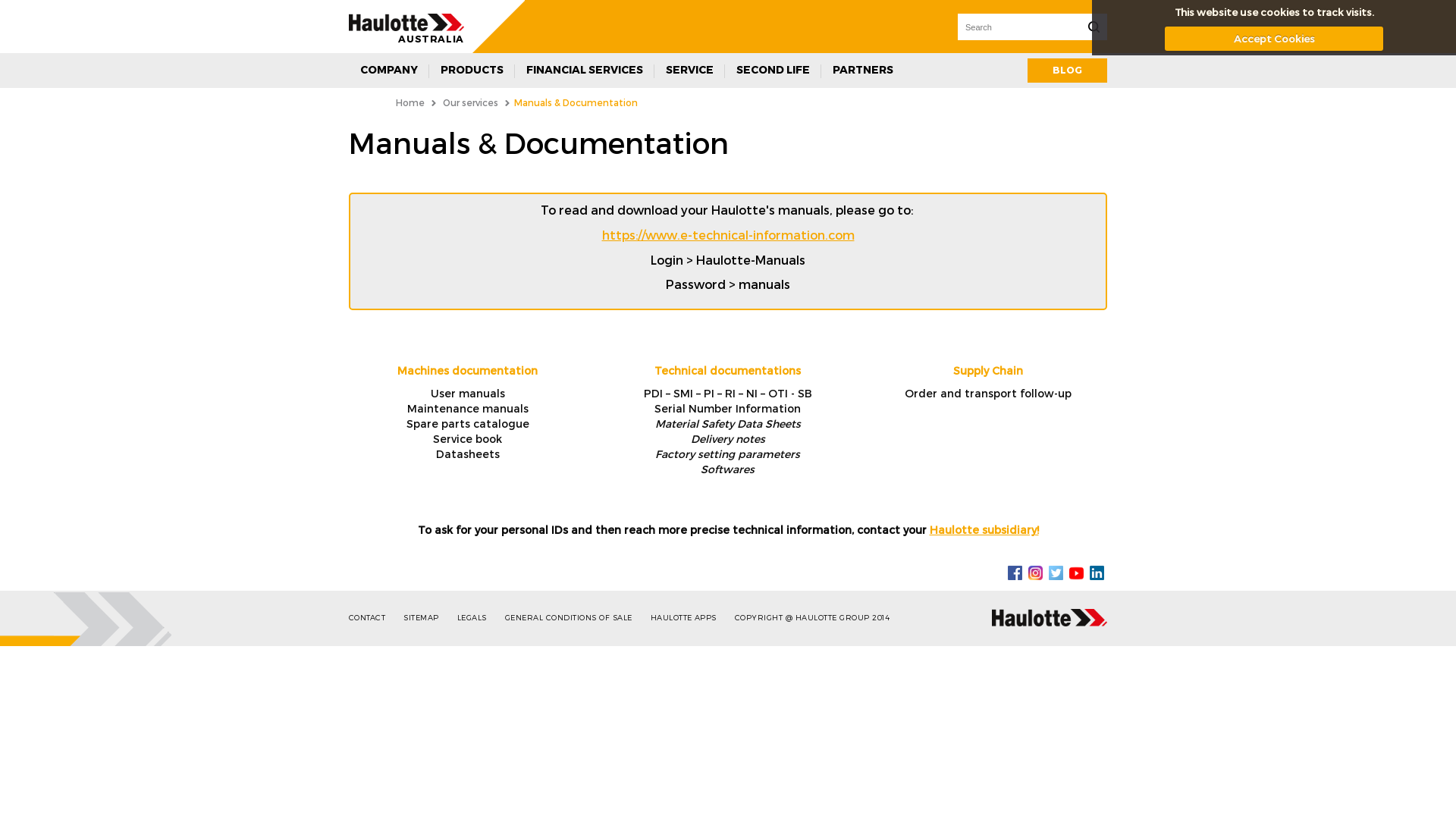  What do you see at coordinates (1028, 571) in the screenshot?
I see `'Instagram'` at bounding box center [1028, 571].